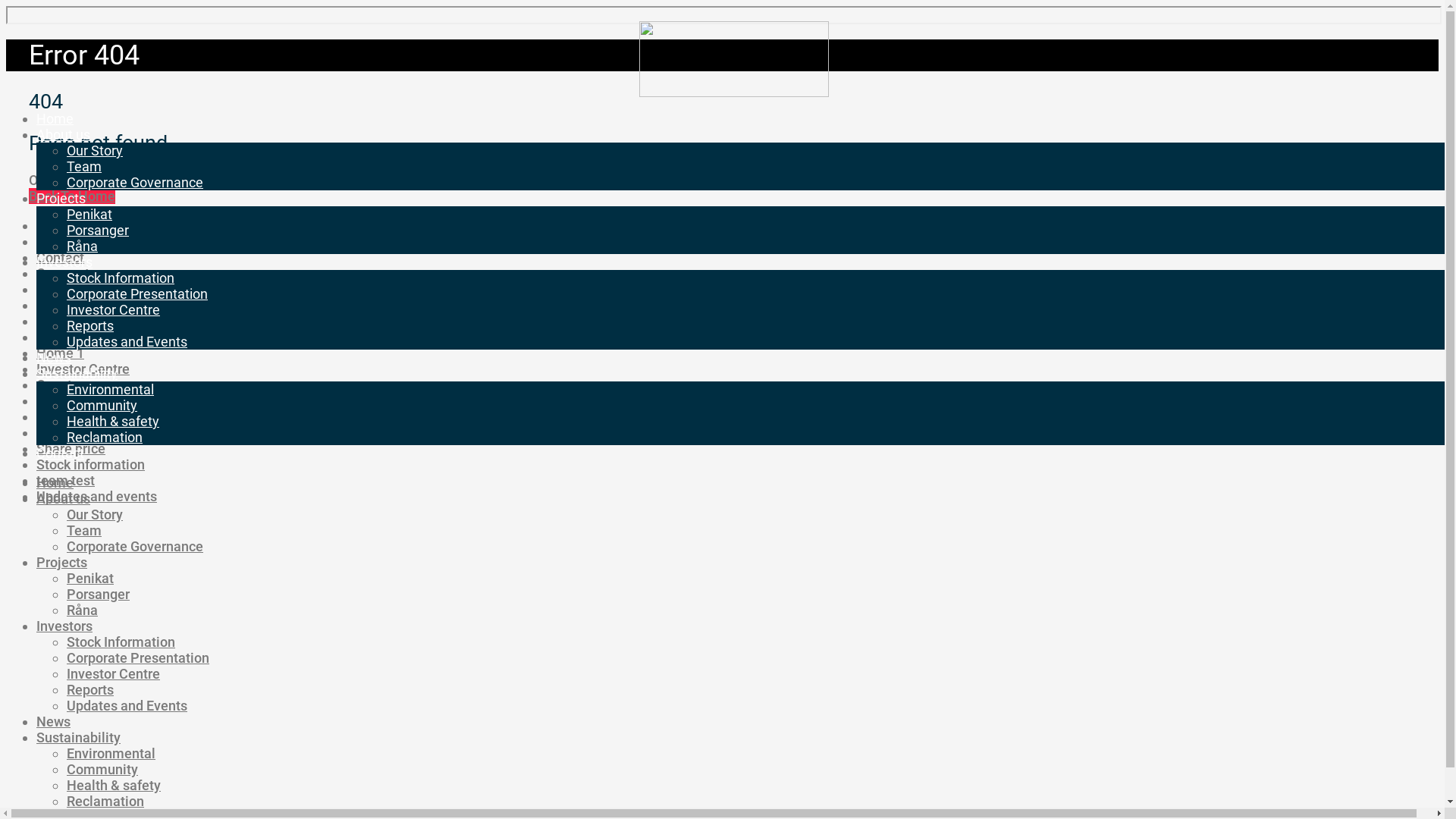 The image size is (1456, 819). What do you see at coordinates (70, 447) in the screenshot?
I see `'Share price'` at bounding box center [70, 447].